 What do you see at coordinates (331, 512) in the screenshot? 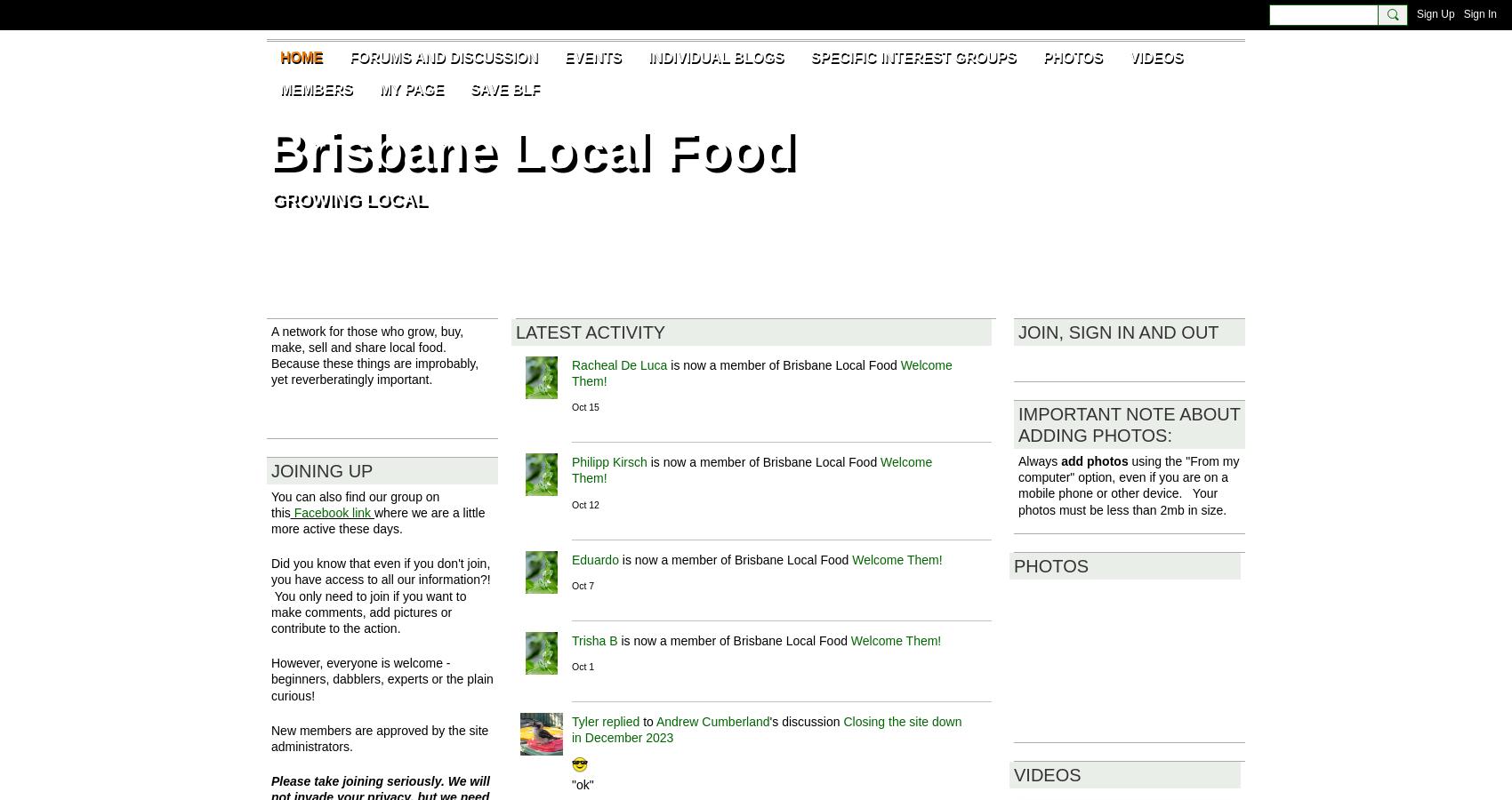
I see `'Facebook link'` at bounding box center [331, 512].